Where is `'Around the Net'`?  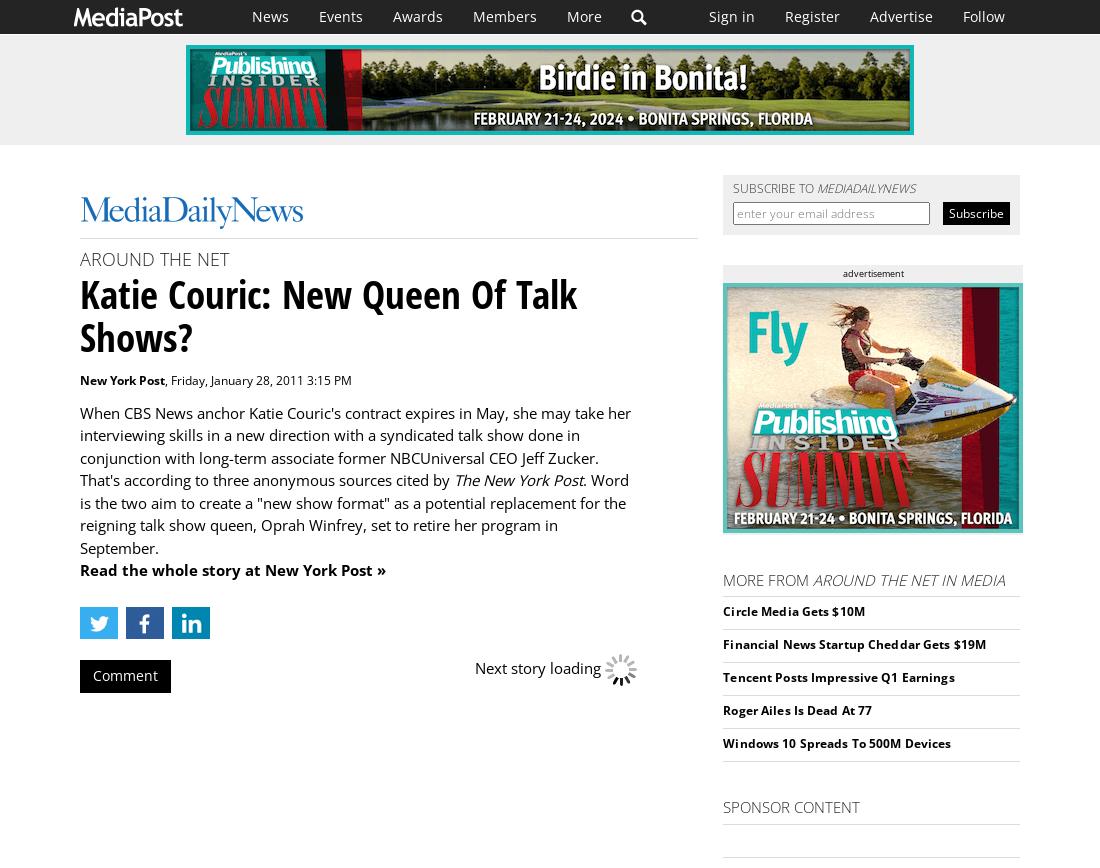 'Around the Net' is located at coordinates (153, 259).